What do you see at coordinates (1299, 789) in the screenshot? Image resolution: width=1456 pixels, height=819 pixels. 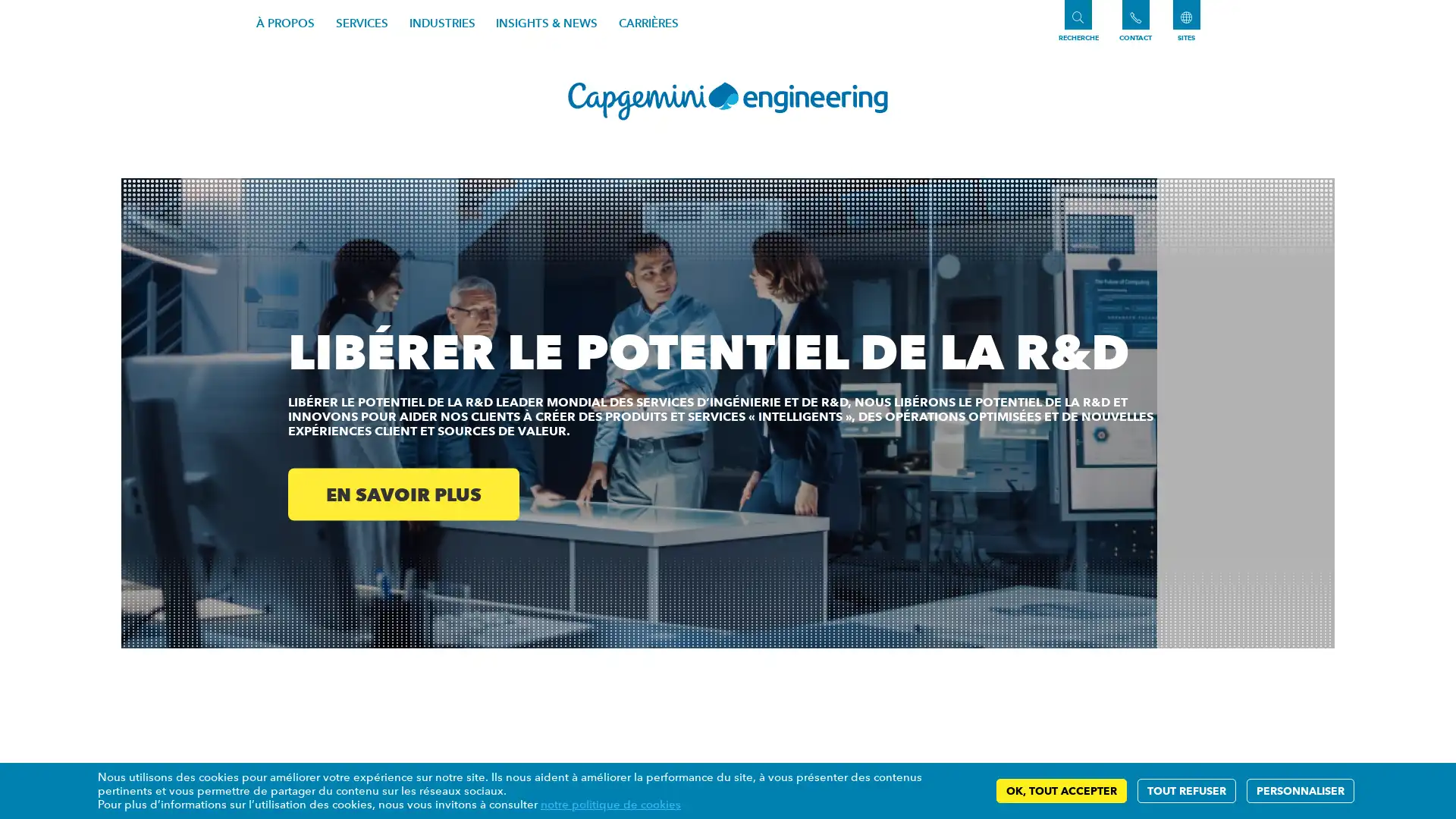 I see `PERSONNALISER` at bounding box center [1299, 789].